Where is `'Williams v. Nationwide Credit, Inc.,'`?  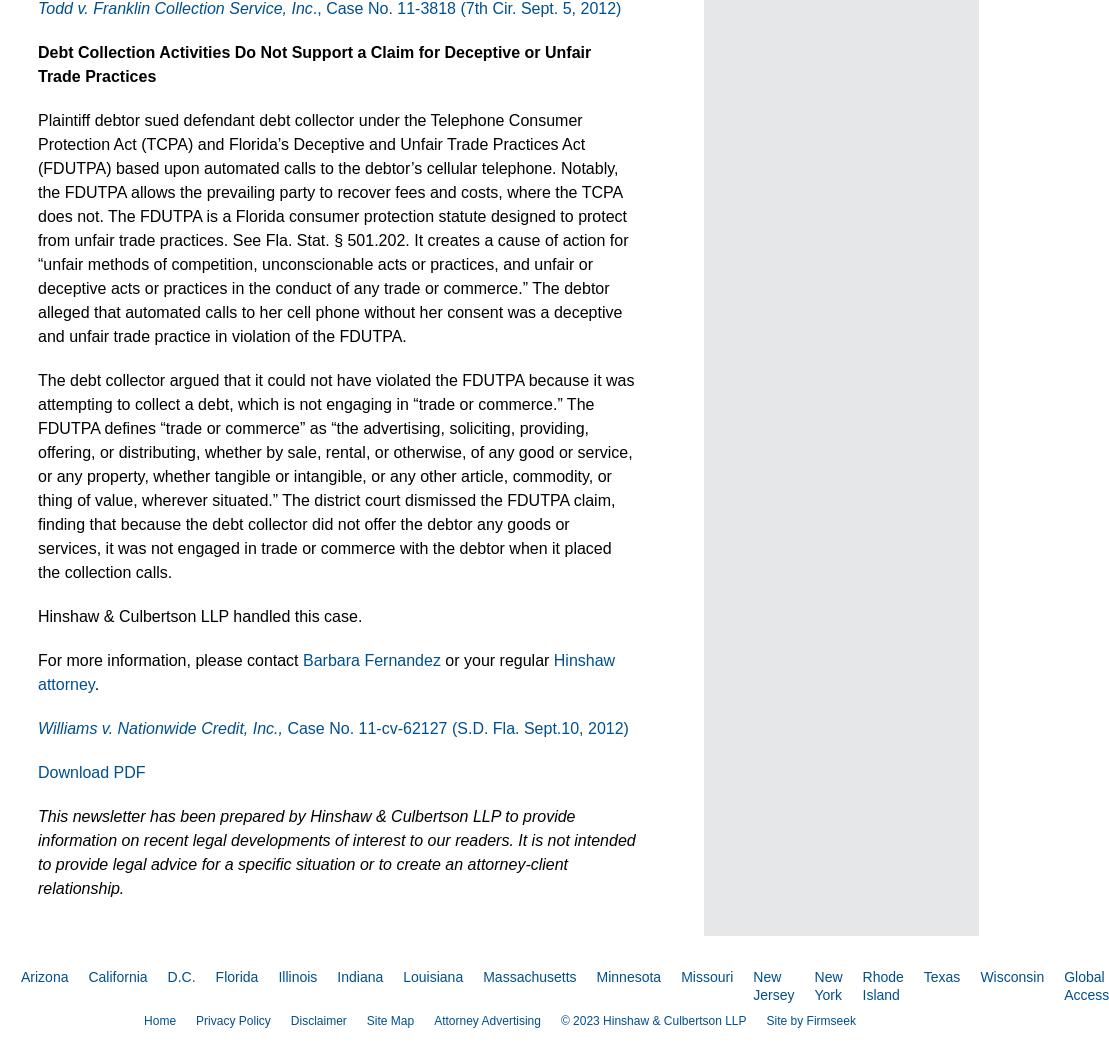 'Williams v. Nationwide Credit, Inc.,' is located at coordinates (161, 728).